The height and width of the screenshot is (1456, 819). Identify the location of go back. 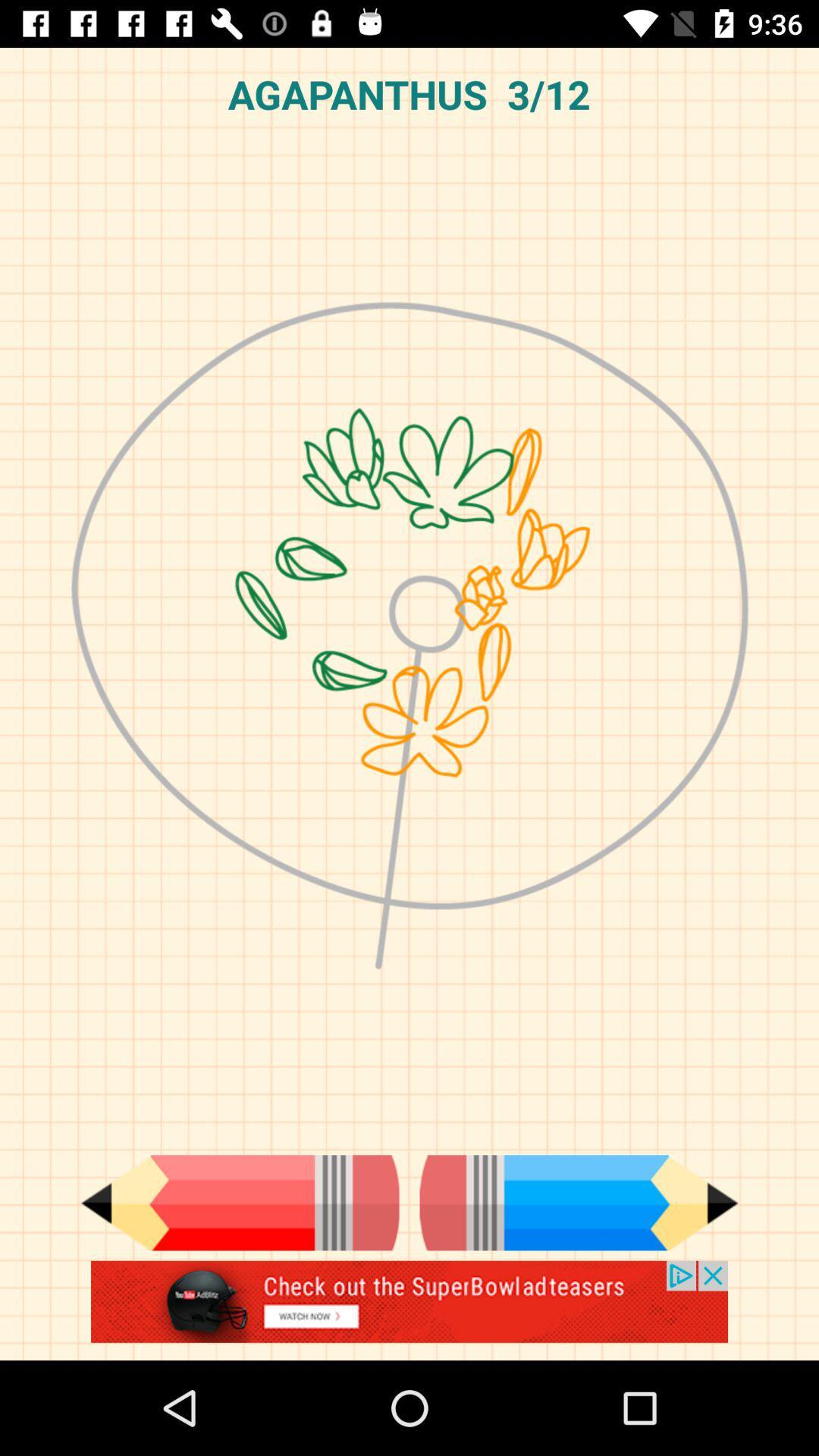
(239, 1202).